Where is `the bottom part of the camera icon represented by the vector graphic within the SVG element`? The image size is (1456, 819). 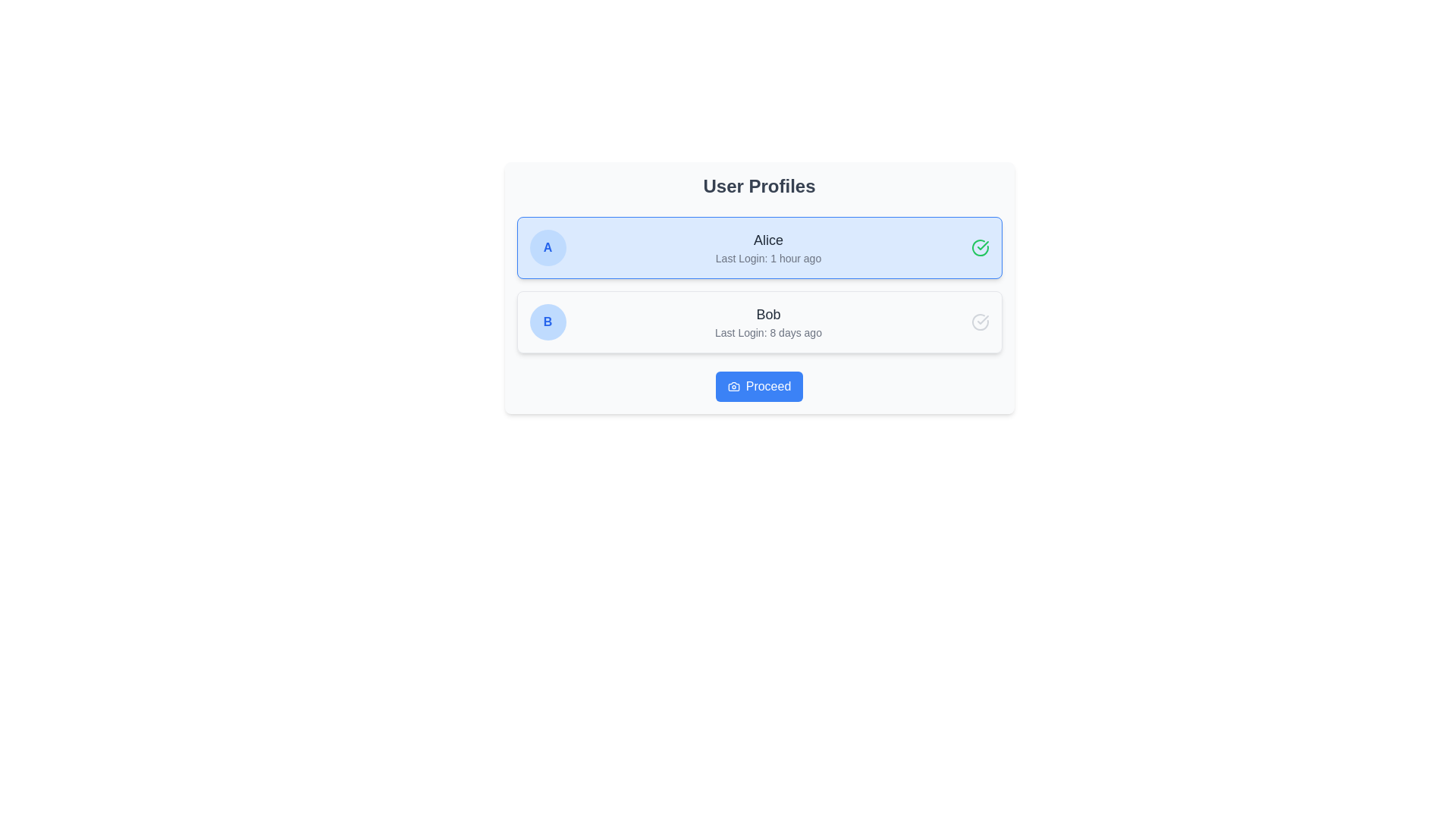 the bottom part of the camera icon represented by the vector graphic within the SVG element is located at coordinates (733, 385).